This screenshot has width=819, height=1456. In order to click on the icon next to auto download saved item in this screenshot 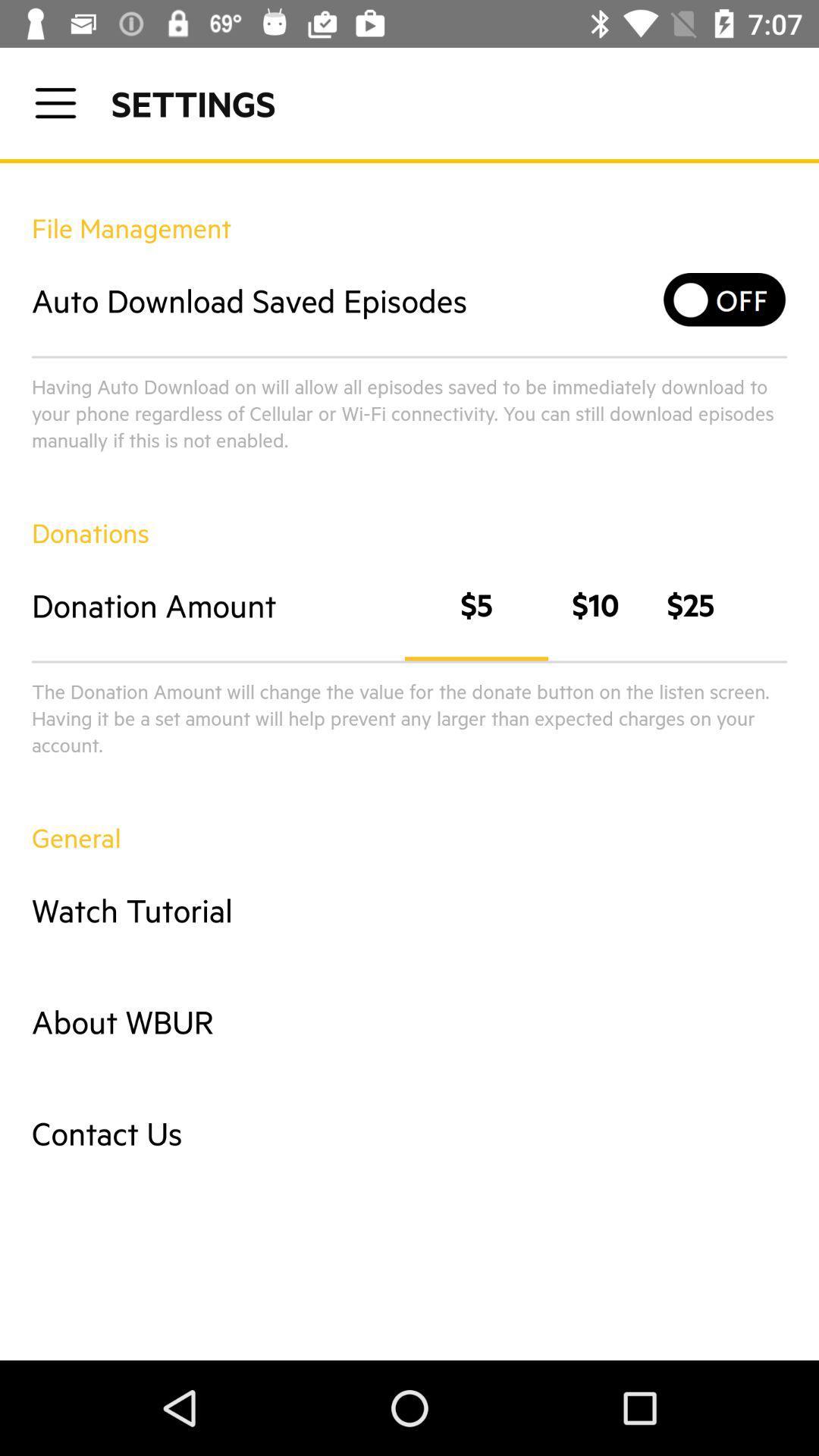, I will do `click(724, 300)`.